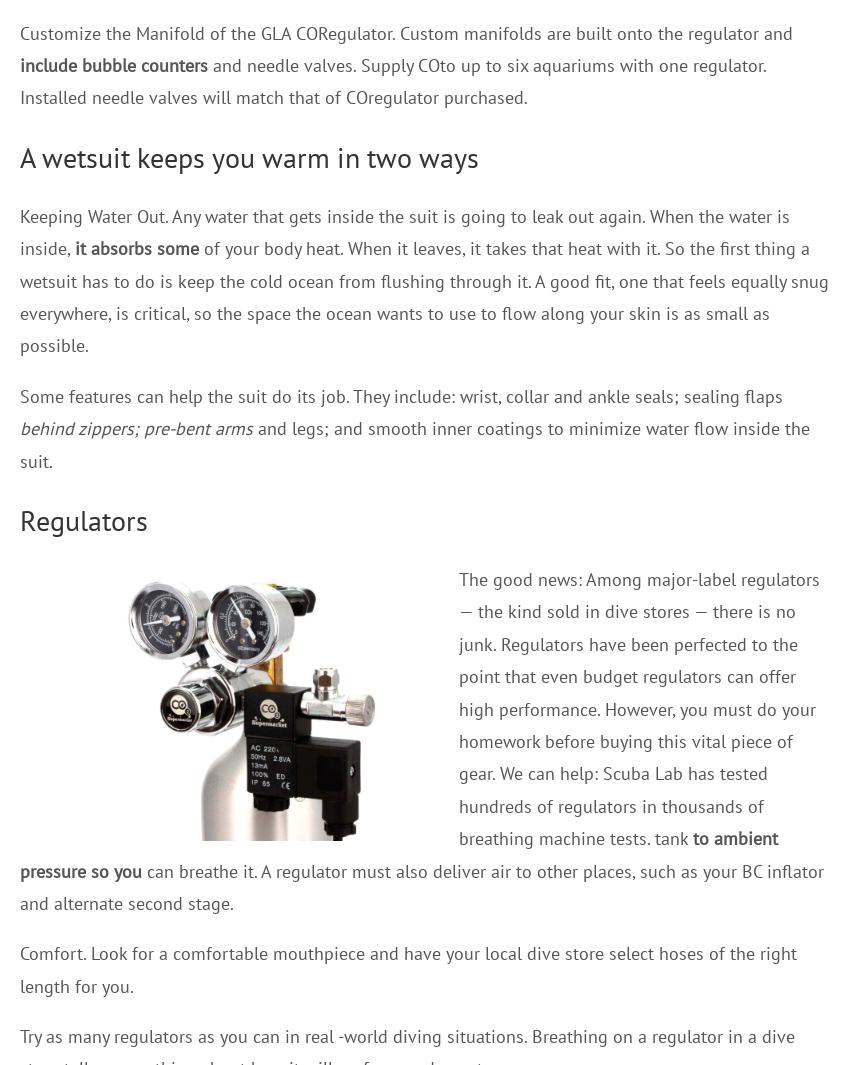  I want to click on 'and legs; and smooth inner coatings to minimize water flow inside the suit.', so click(414, 443).